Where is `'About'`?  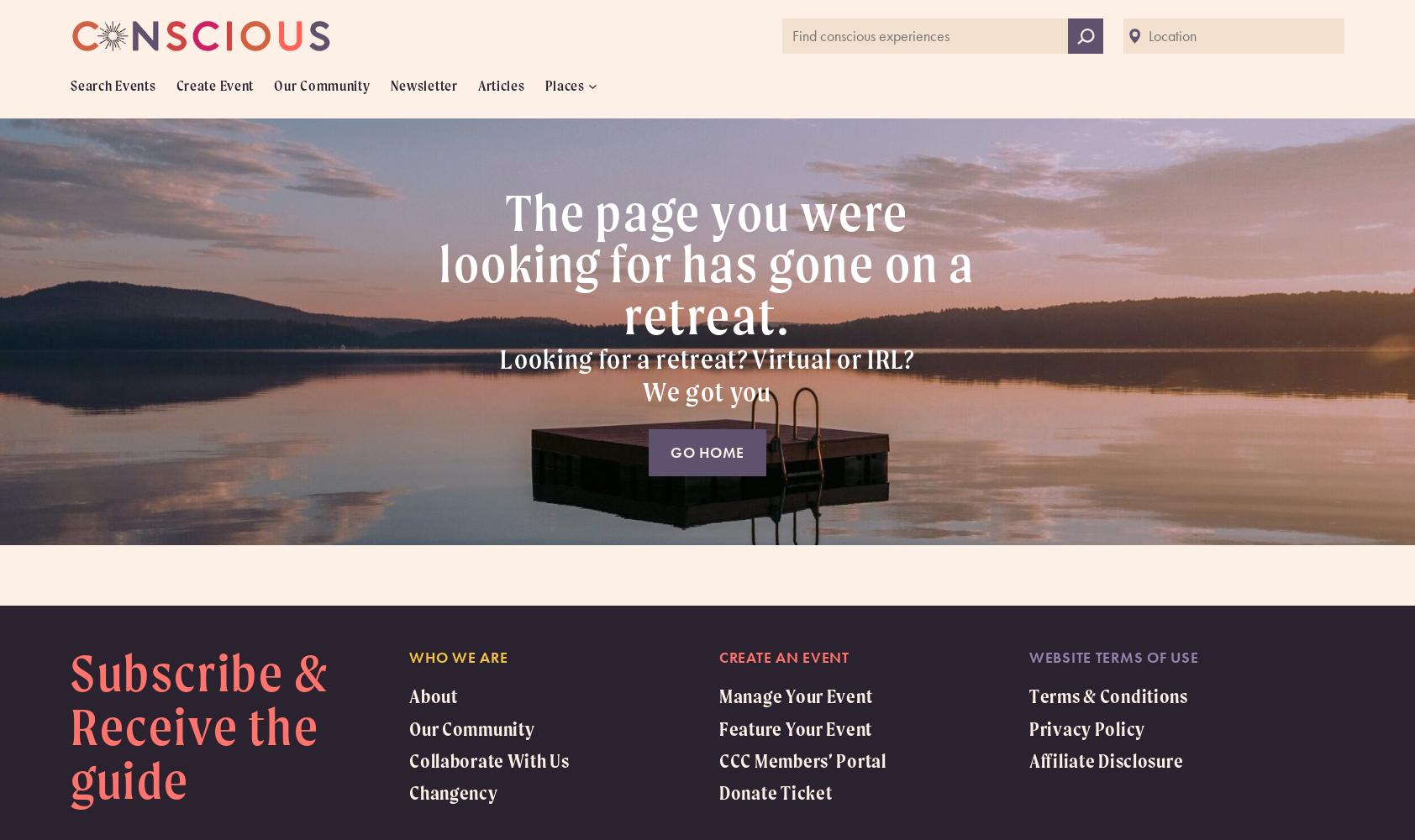
'About' is located at coordinates (432, 696).